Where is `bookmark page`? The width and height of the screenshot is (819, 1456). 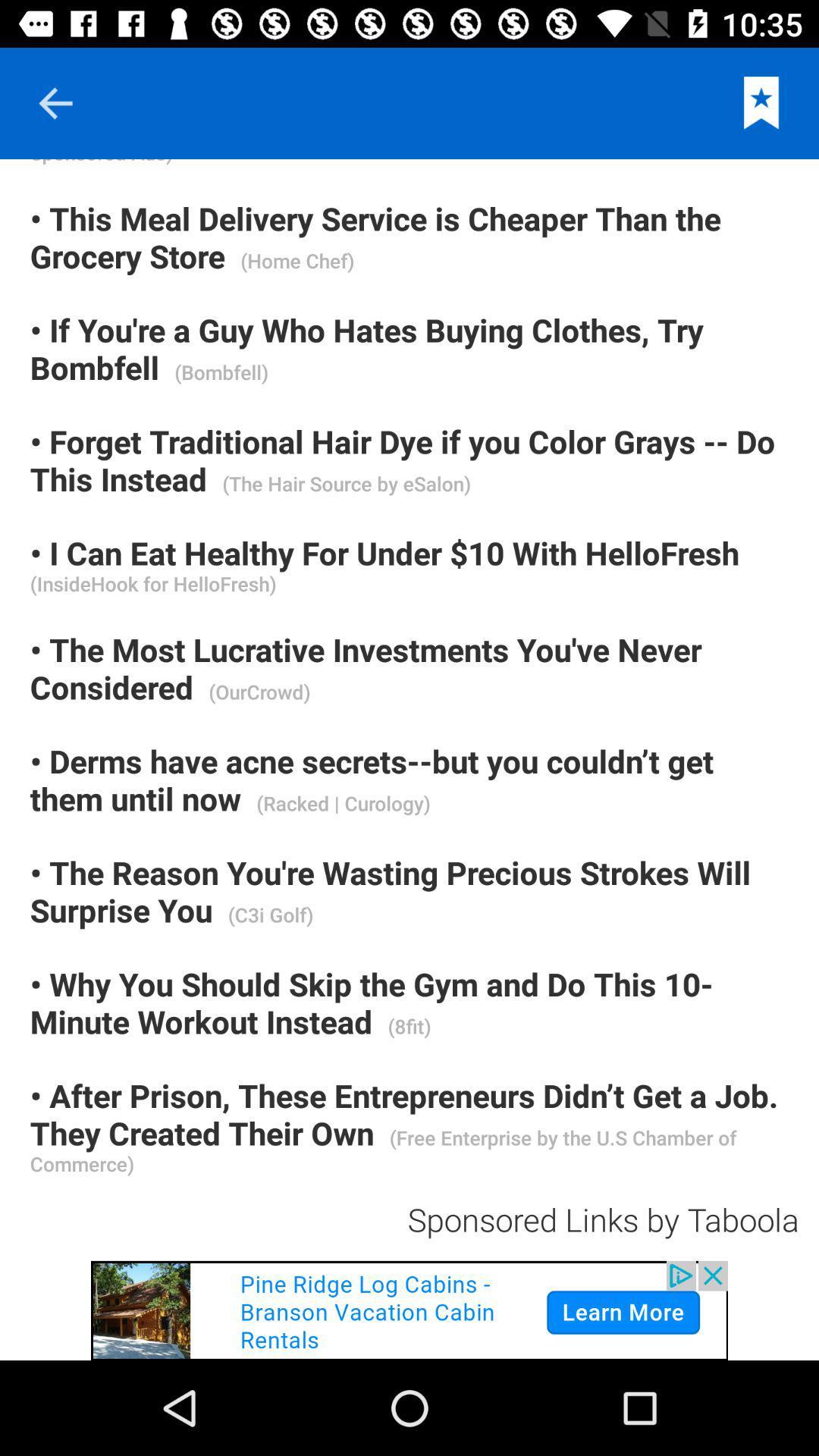
bookmark page is located at coordinates (761, 102).